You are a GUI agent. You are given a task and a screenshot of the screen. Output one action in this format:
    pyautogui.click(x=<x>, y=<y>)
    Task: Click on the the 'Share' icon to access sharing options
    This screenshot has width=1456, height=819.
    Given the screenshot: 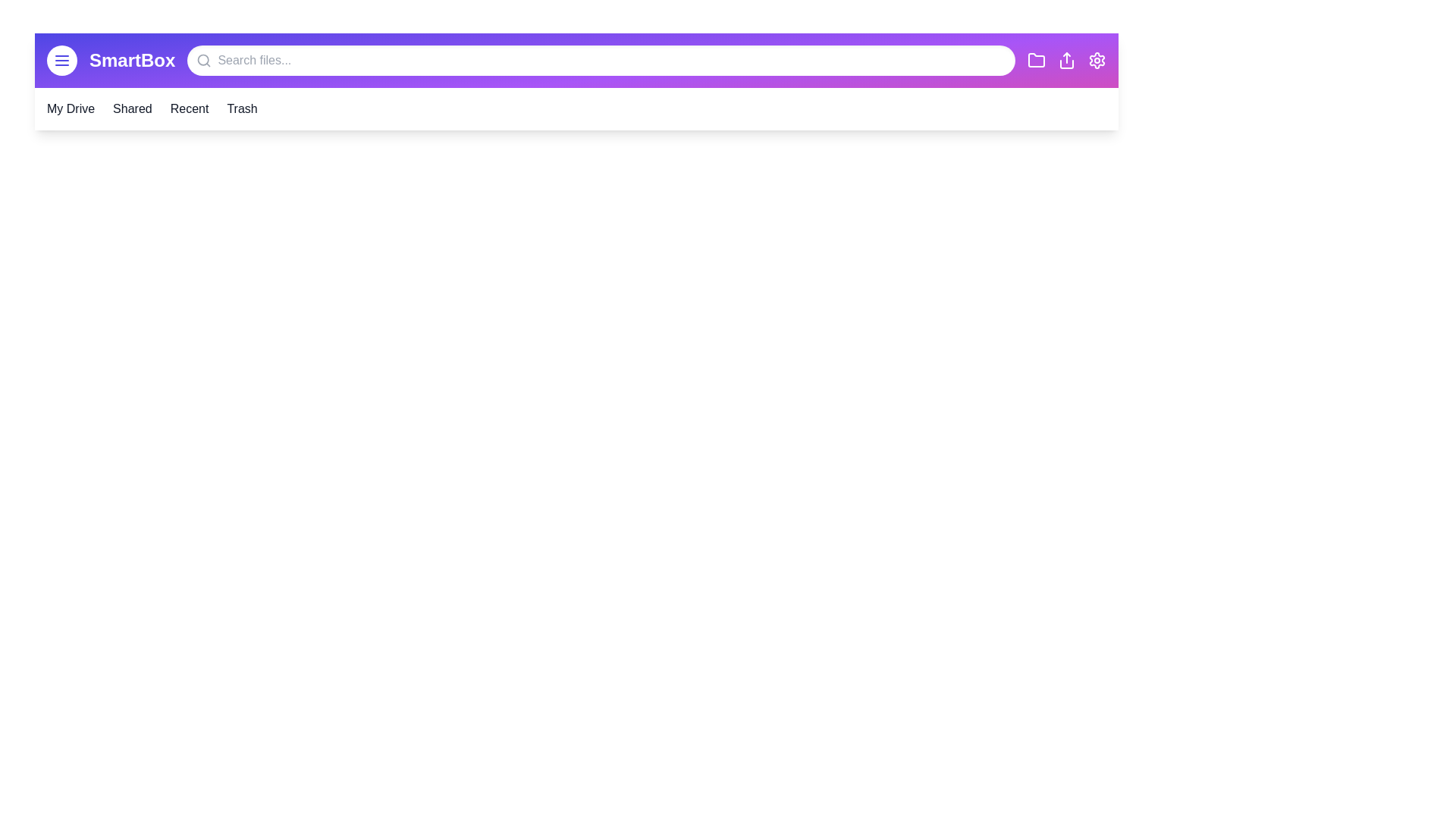 What is the action you would take?
    pyautogui.click(x=1065, y=60)
    